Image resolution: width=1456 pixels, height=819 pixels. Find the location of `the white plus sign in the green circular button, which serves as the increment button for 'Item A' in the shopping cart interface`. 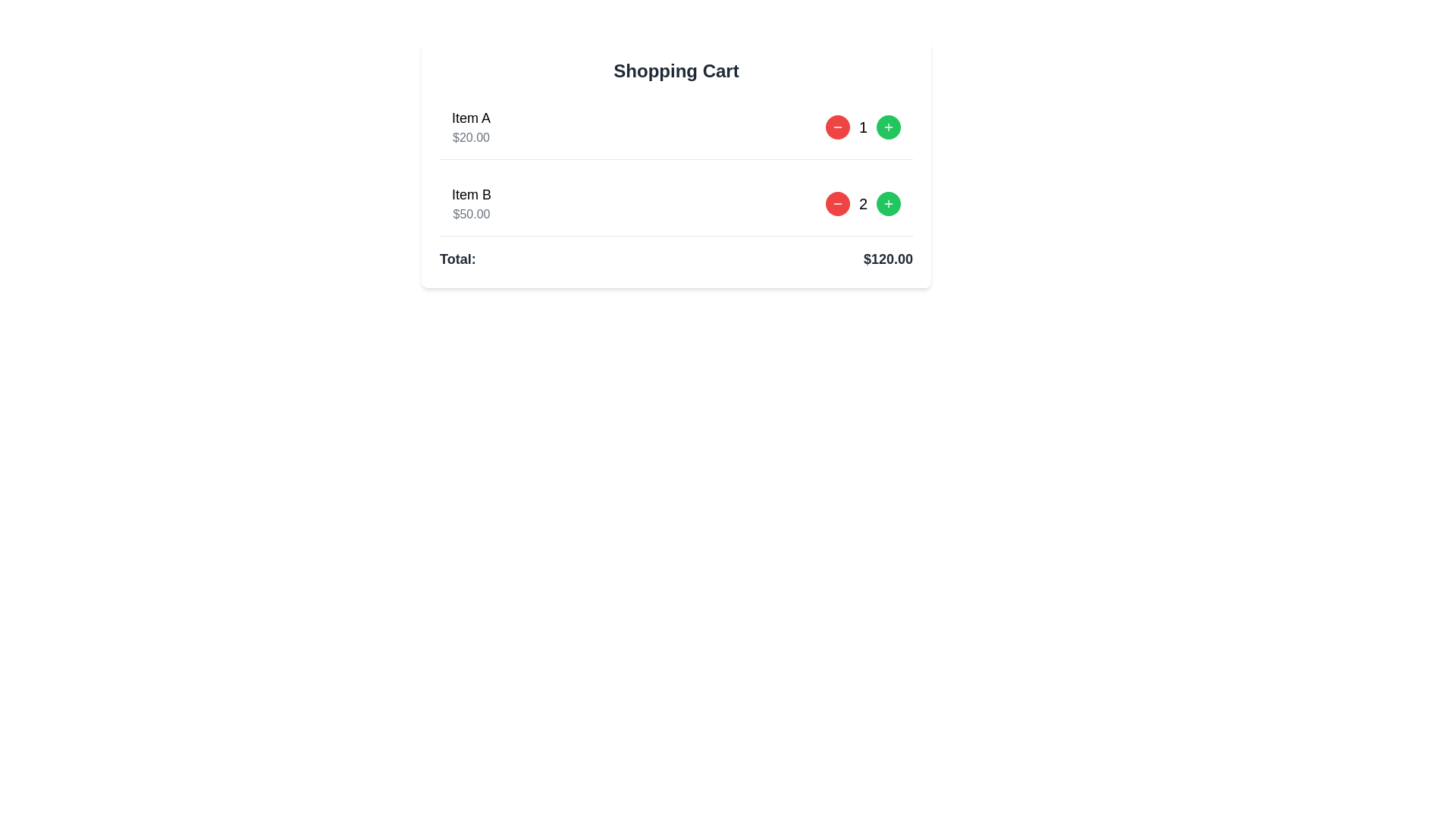

the white plus sign in the green circular button, which serves as the increment button for 'Item A' in the shopping cart interface is located at coordinates (888, 127).